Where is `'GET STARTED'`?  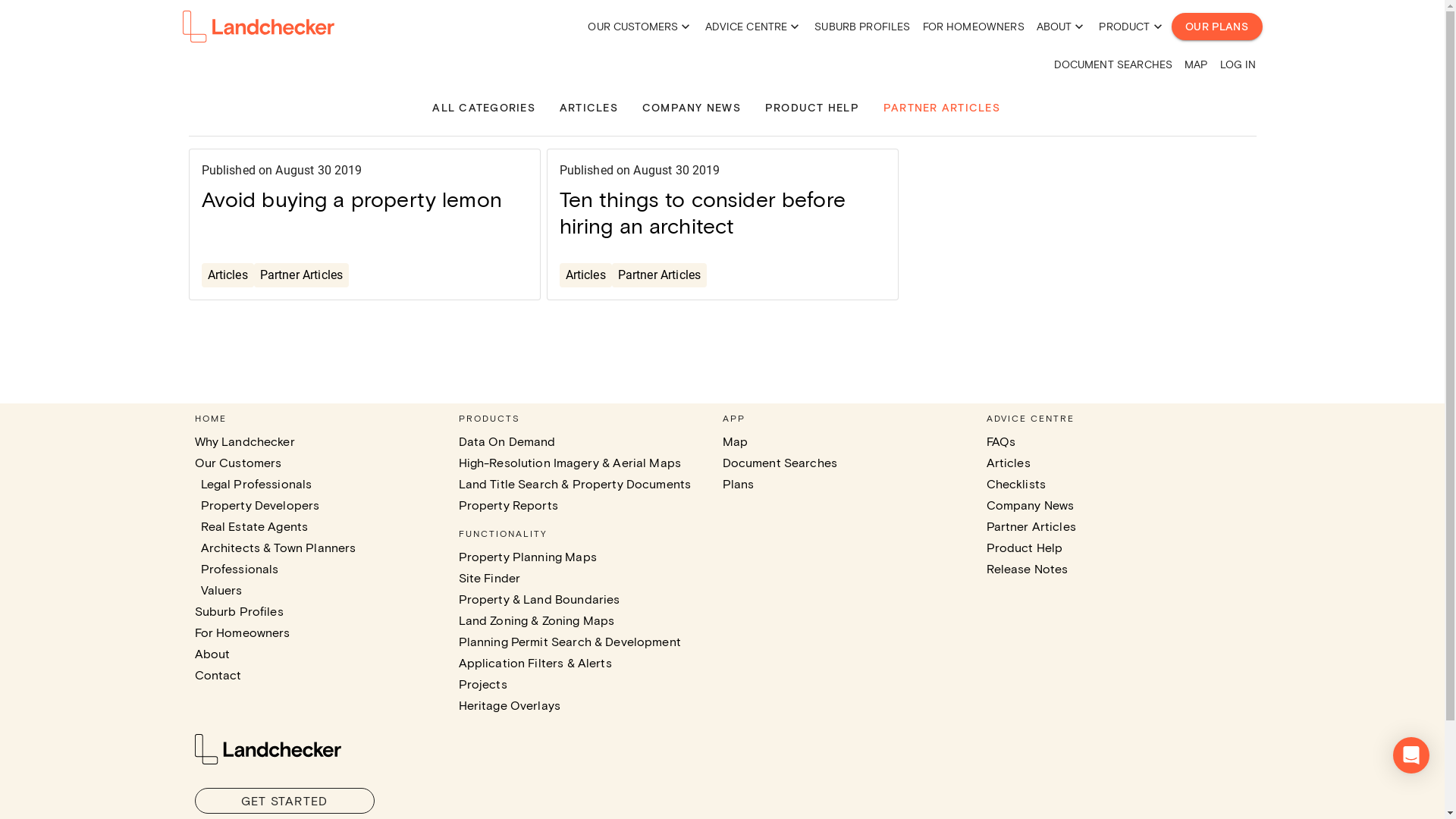 'GET STARTED' is located at coordinates (284, 800).